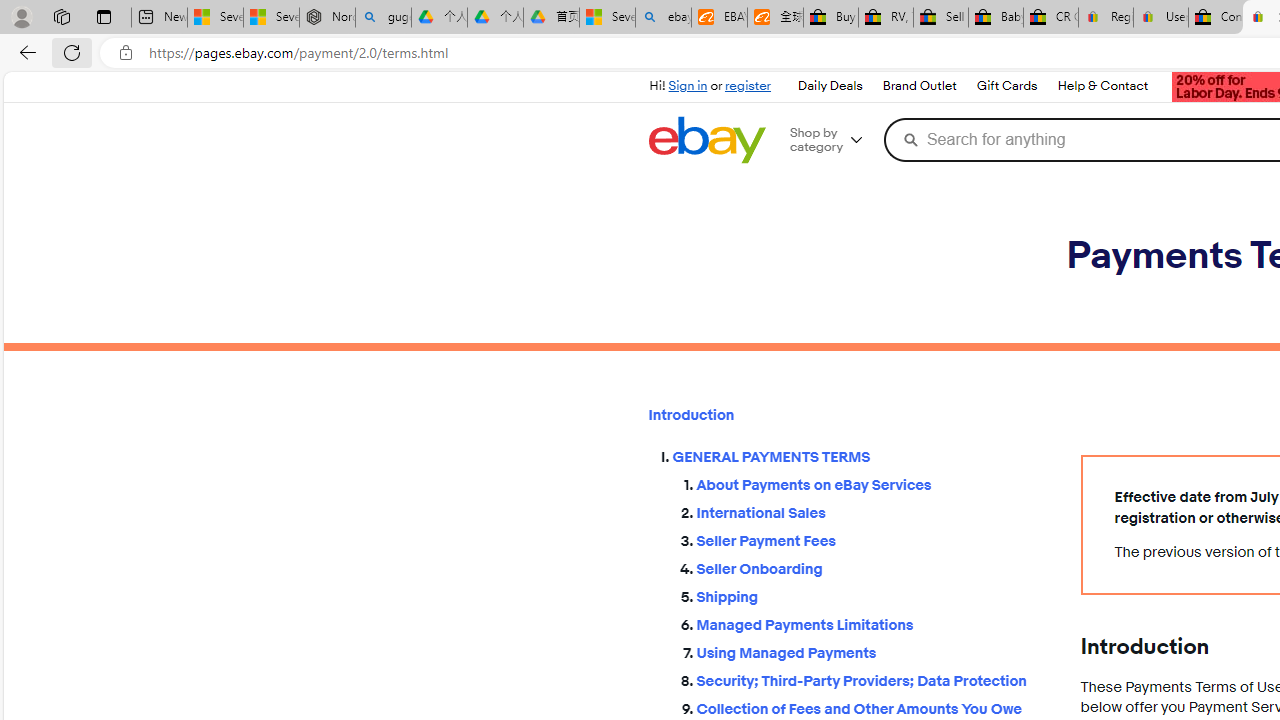 The height and width of the screenshot is (720, 1280). What do you see at coordinates (872, 485) in the screenshot?
I see `'About Payments on eBay Services'` at bounding box center [872, 485].